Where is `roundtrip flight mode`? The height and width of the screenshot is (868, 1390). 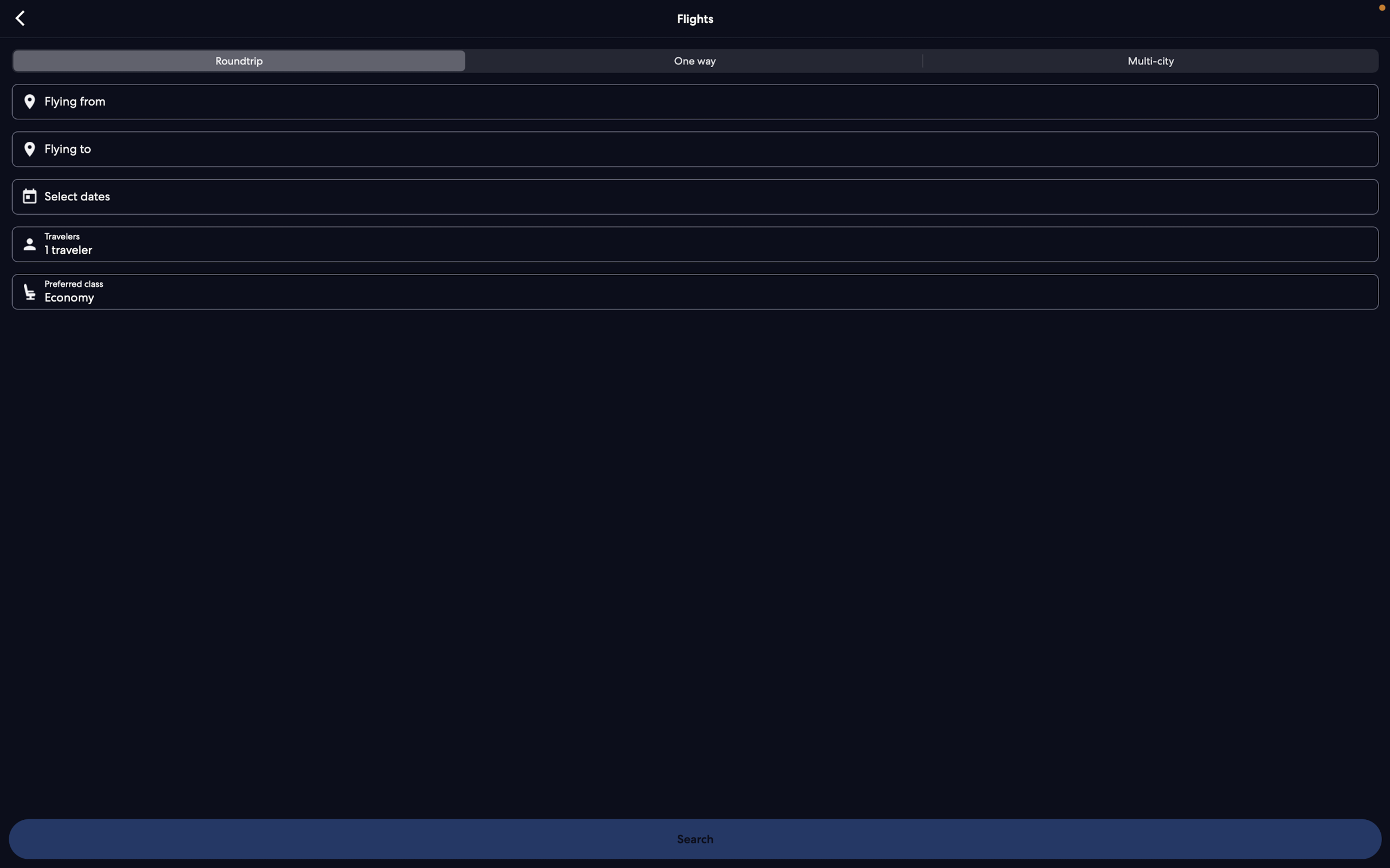
roundtrip flight mode is located at coordinates (240, 61).